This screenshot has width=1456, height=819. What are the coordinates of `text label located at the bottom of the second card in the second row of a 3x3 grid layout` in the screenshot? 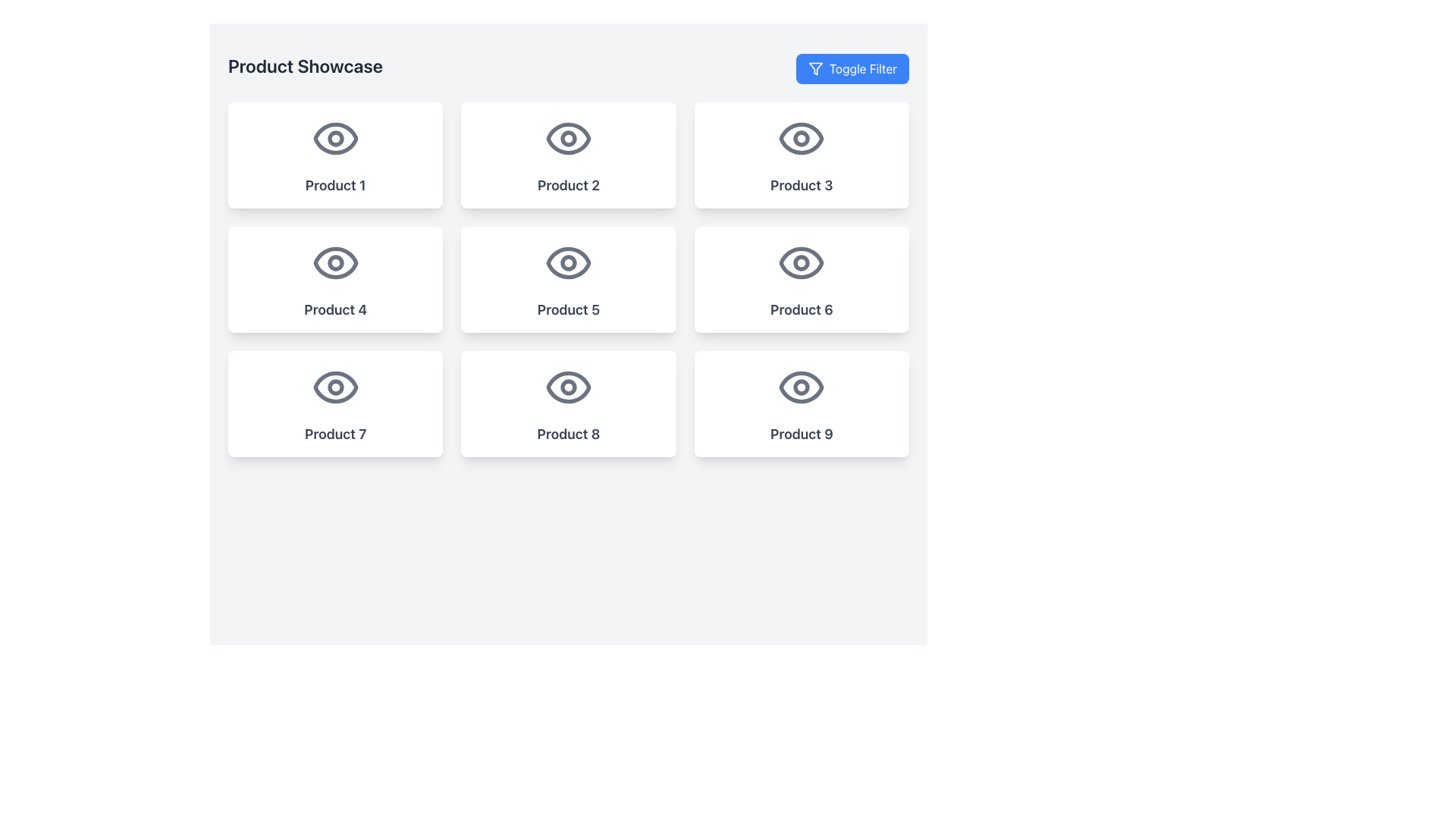 It's located at (567, 309).